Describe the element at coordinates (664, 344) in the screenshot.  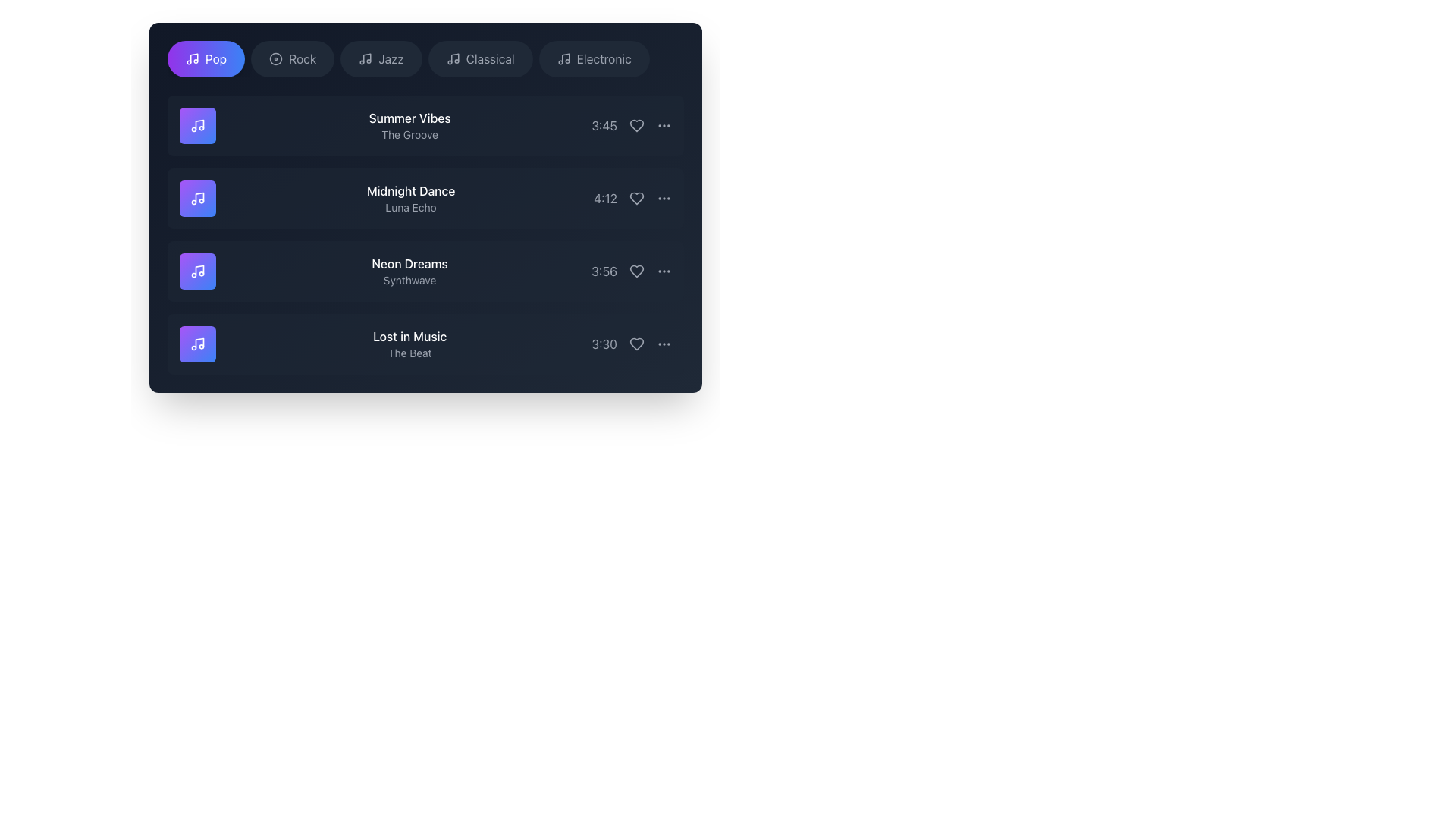
I see `the menu icon located to the immediate right of the heart-shaped 'like' icon for the music track 'Lost in Music'` at that location.